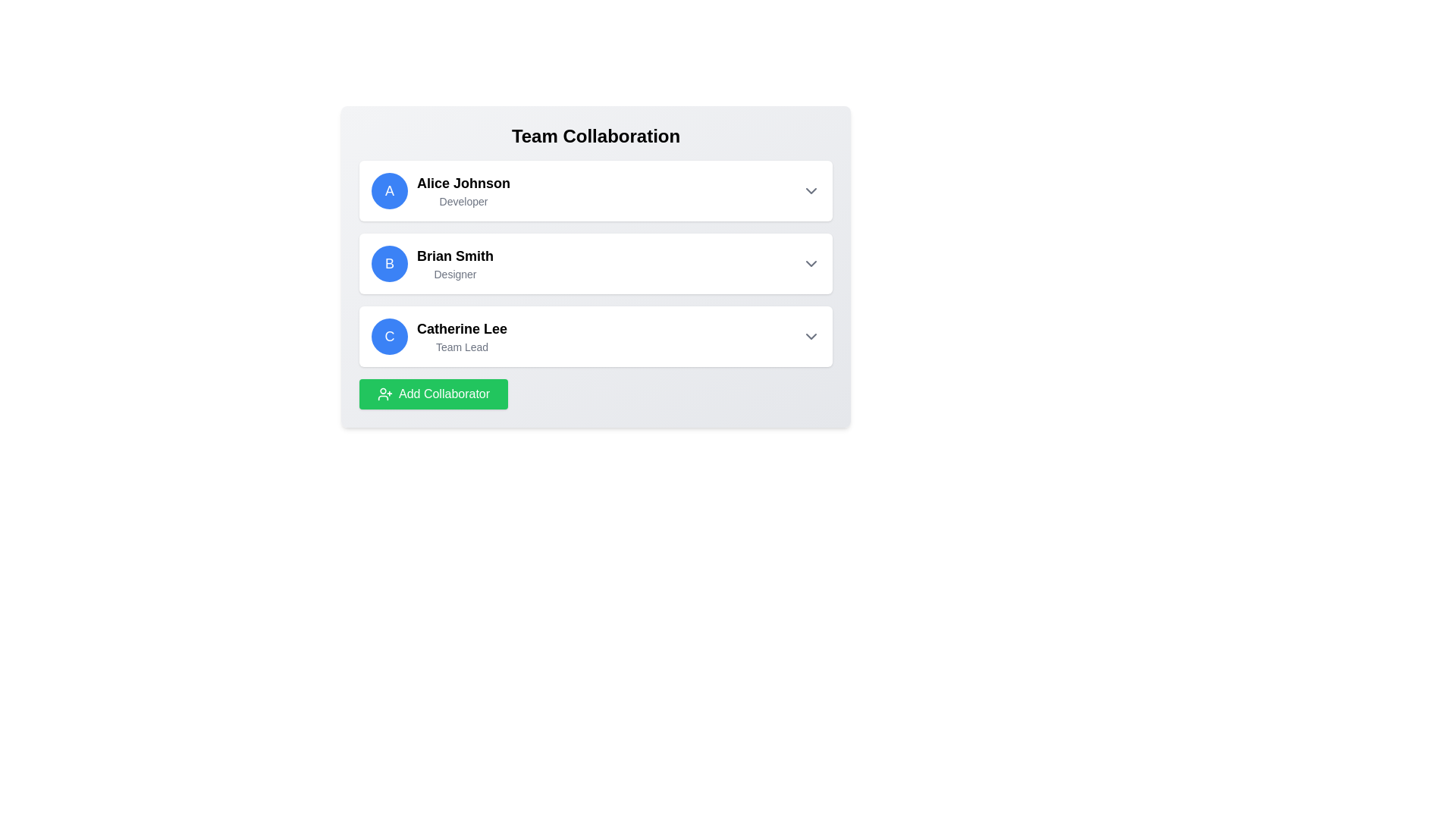  I want to click on the text label reading 'Developer' located beneath the name 'Alice Johnson' in the user card within the 'Team Collaboration' section, so click(463, 201).